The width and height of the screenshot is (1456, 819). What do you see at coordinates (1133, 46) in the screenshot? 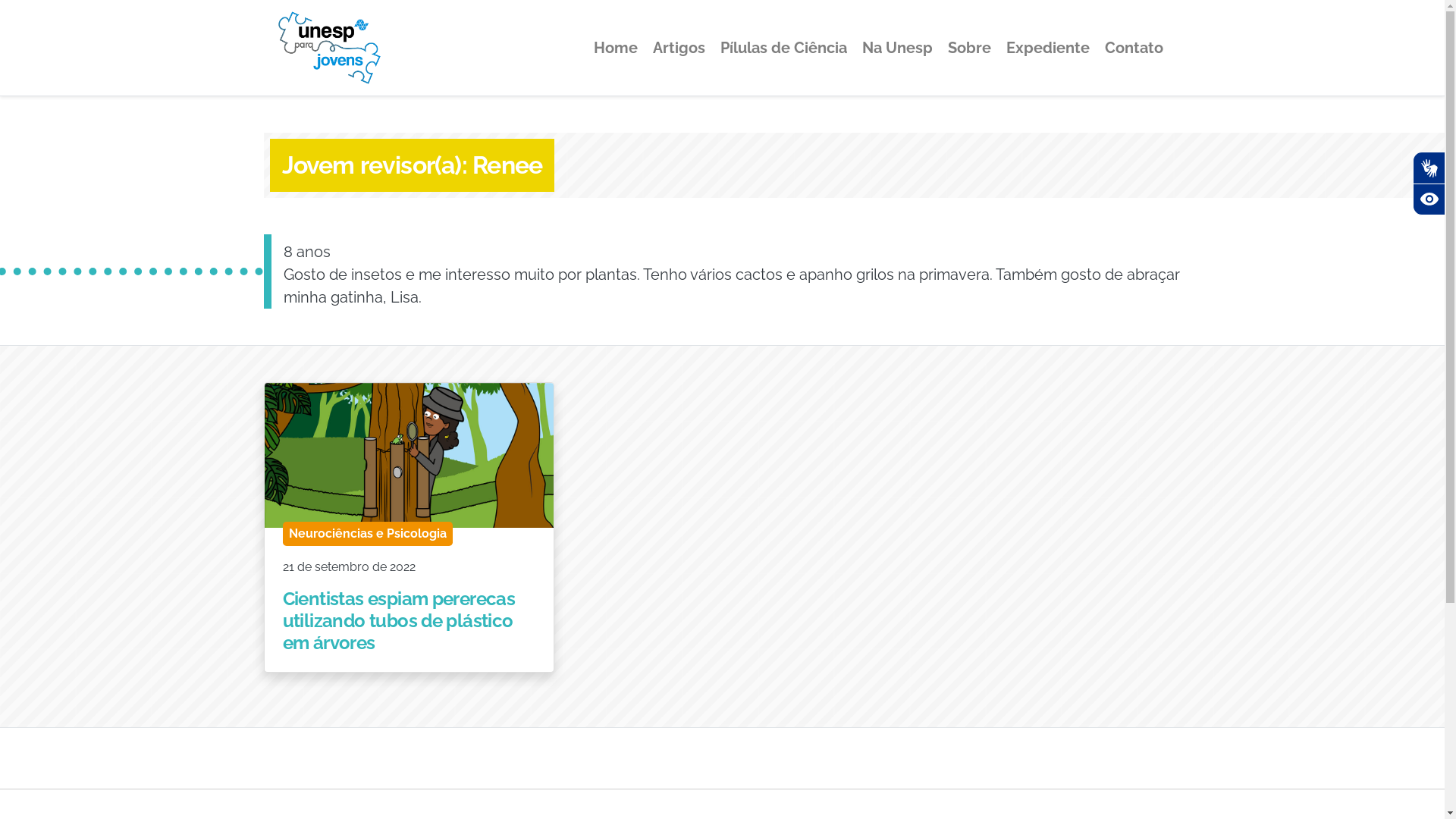
I see `'Contato'` at bounding box center [1133, 46].